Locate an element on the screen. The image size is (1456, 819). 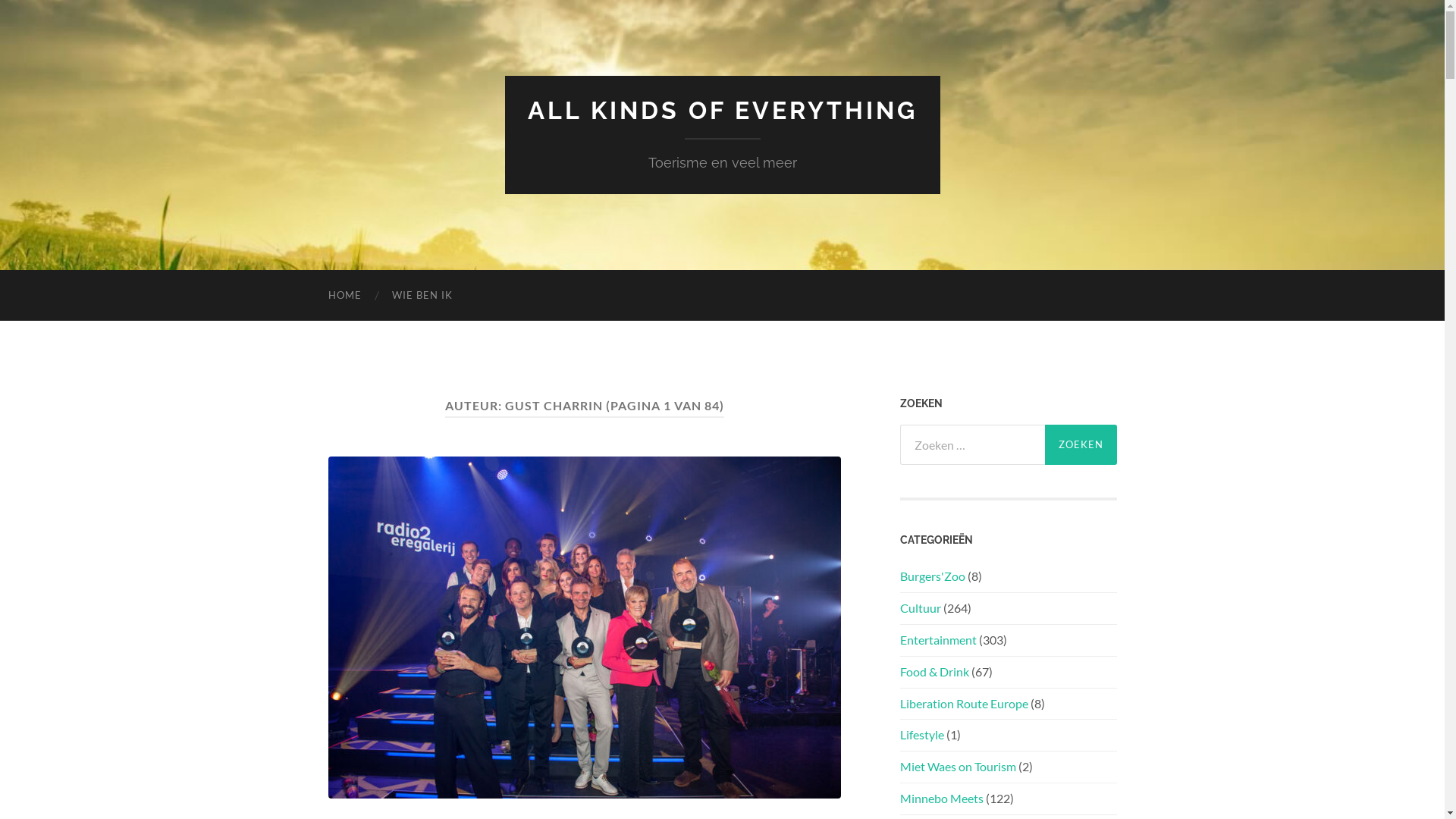
'Miet Waes on Tourism' is located at coordinates (899, 766).